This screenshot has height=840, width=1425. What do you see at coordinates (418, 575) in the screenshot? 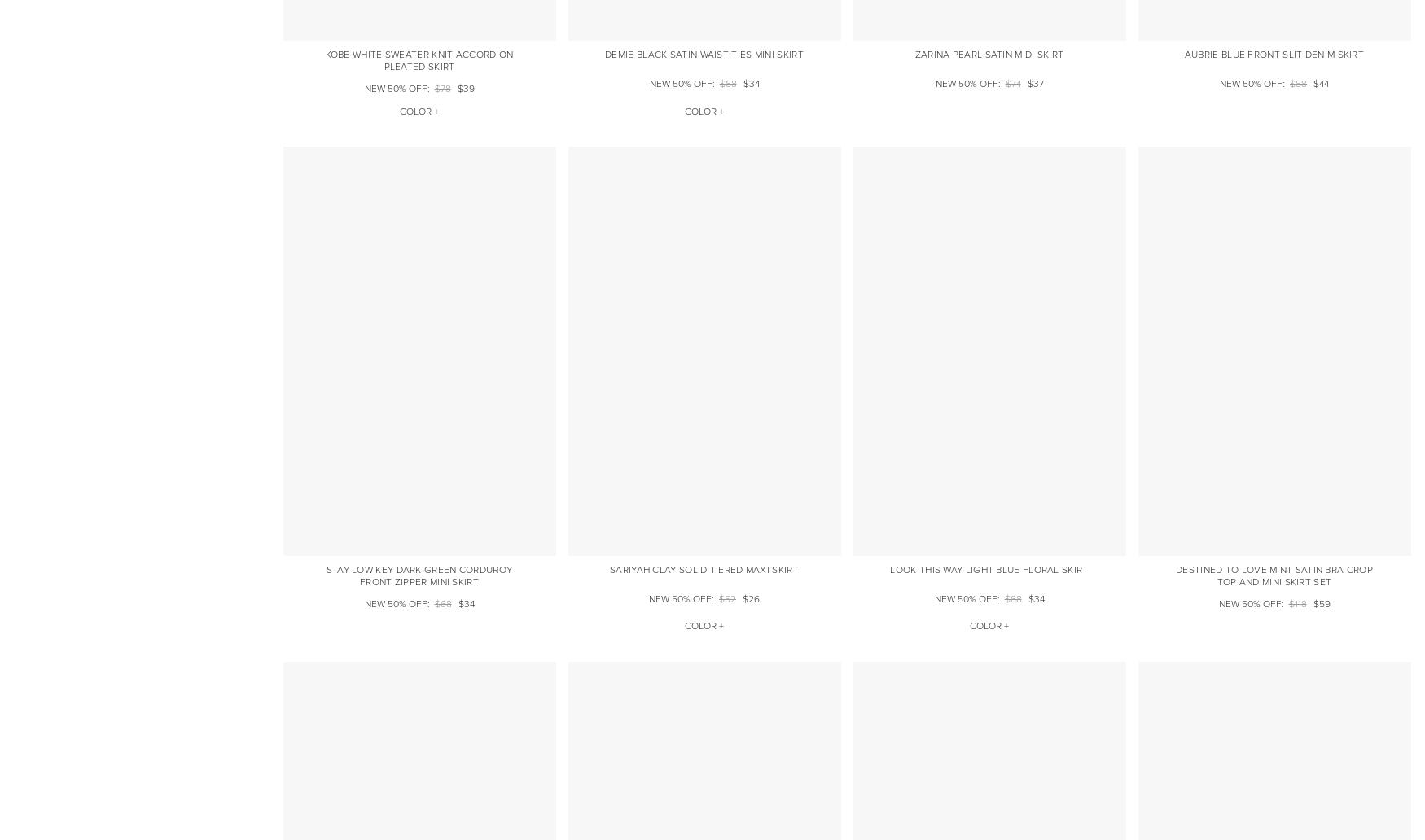
I see `'Stay Low Key Dark Green Corduroy Front Zipper Mini Skirt'` at bounding box center [418, 575].